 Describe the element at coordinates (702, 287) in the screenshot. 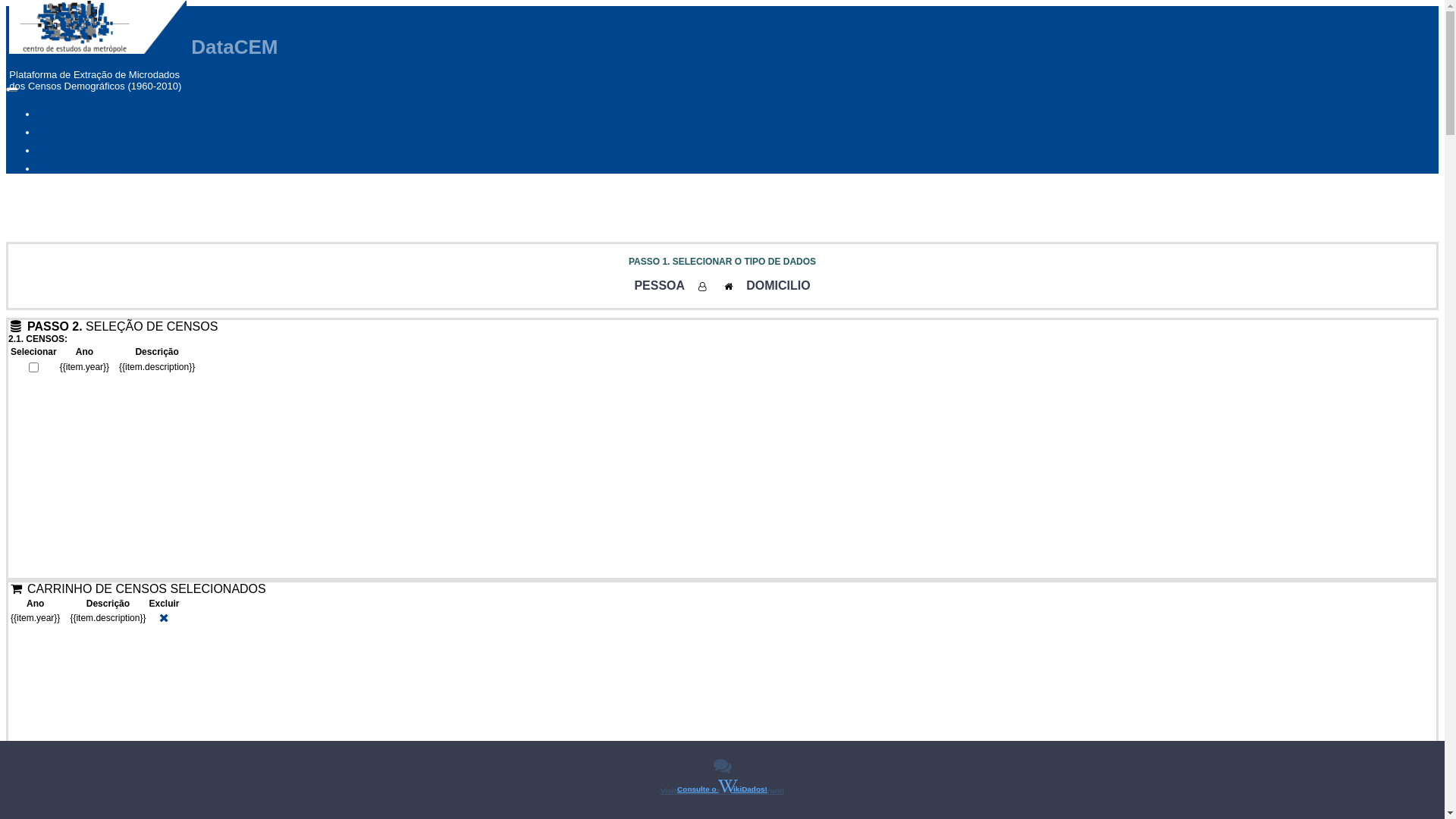

I see `'Pessoa'` at that location.